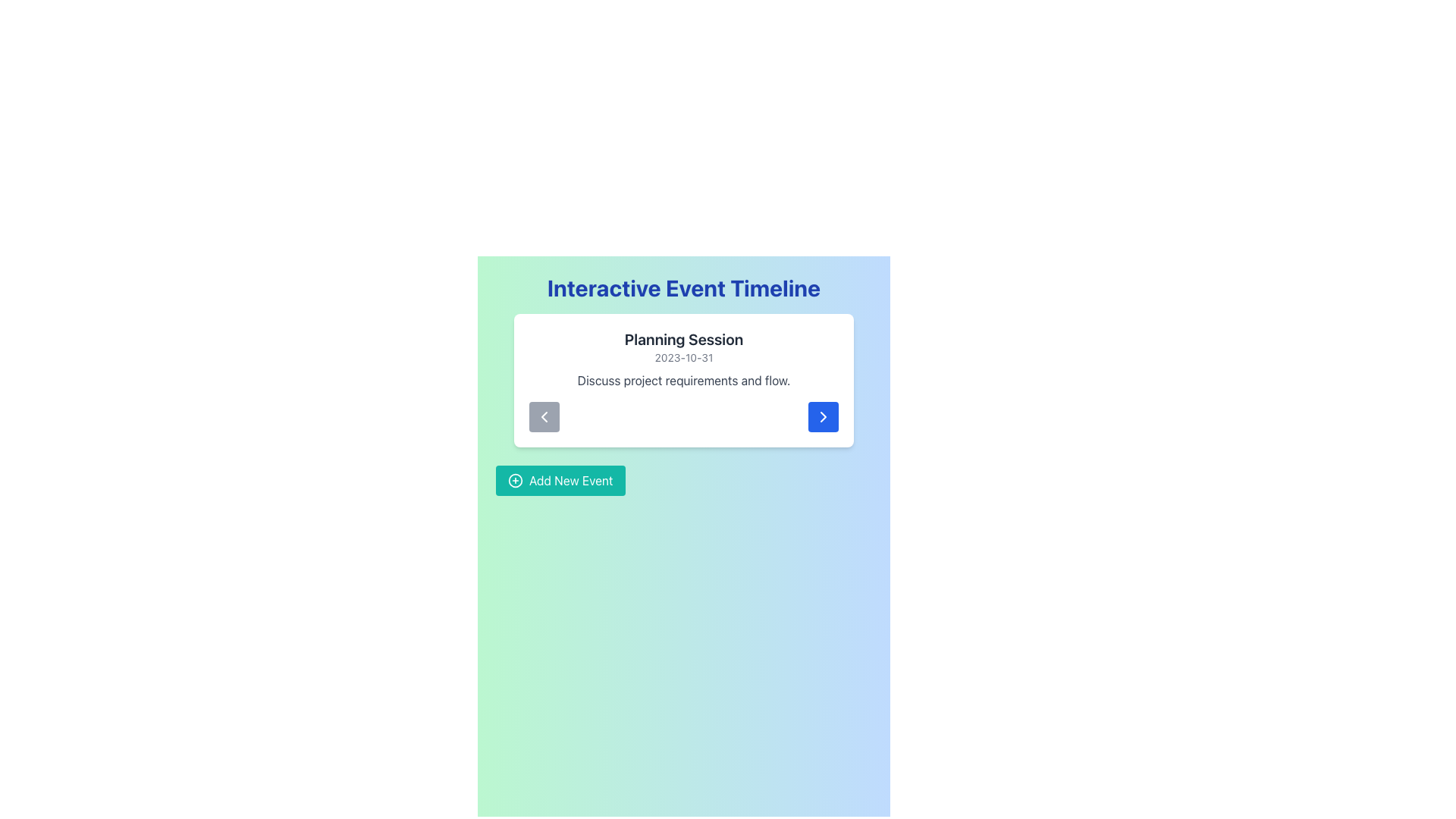 This screenshot has height=819, width=1456. Describe the element at coordinates (544, 417) in the screenshot. I see `the left-pointing chevron SVG icon embedded within the interactive button on the event card` at that location.